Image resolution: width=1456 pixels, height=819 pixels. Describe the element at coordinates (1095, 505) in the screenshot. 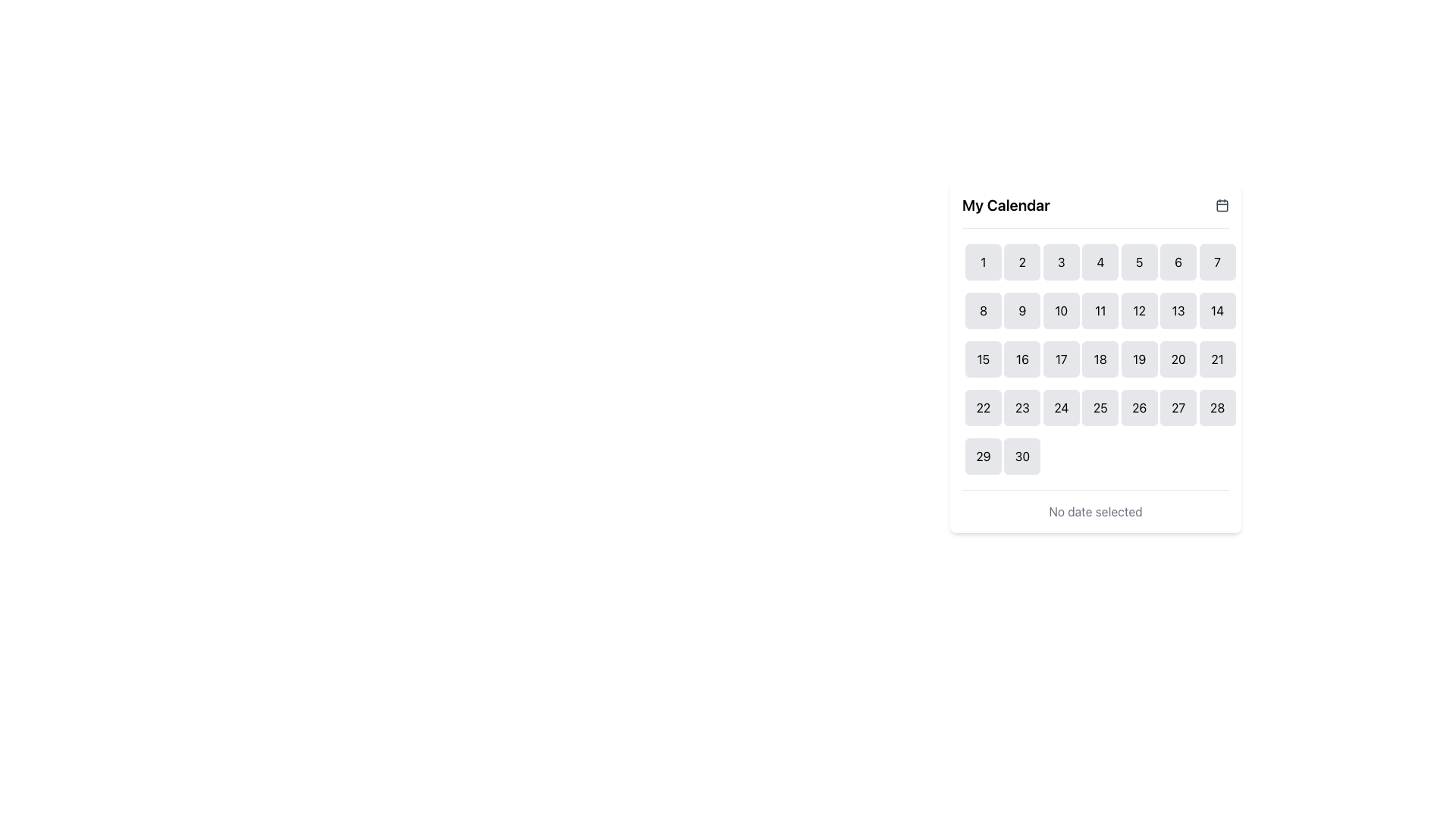

I see `the static label indicating that no date has been selected in the calendar, located at the bottom of the calendar interface` at that location.